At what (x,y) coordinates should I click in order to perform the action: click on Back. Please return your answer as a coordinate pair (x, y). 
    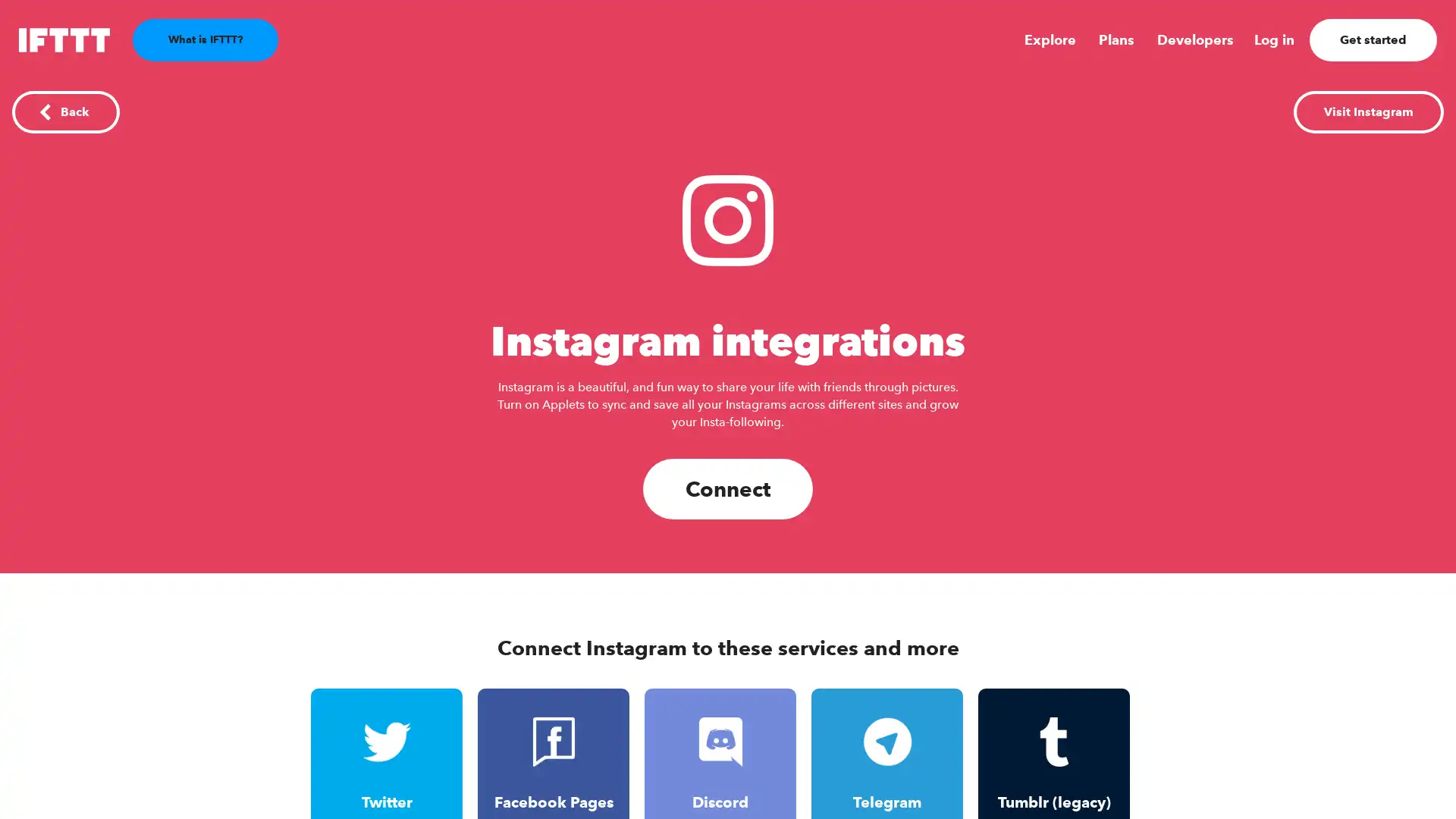
    Looking at the image, I should click on (64, 111).